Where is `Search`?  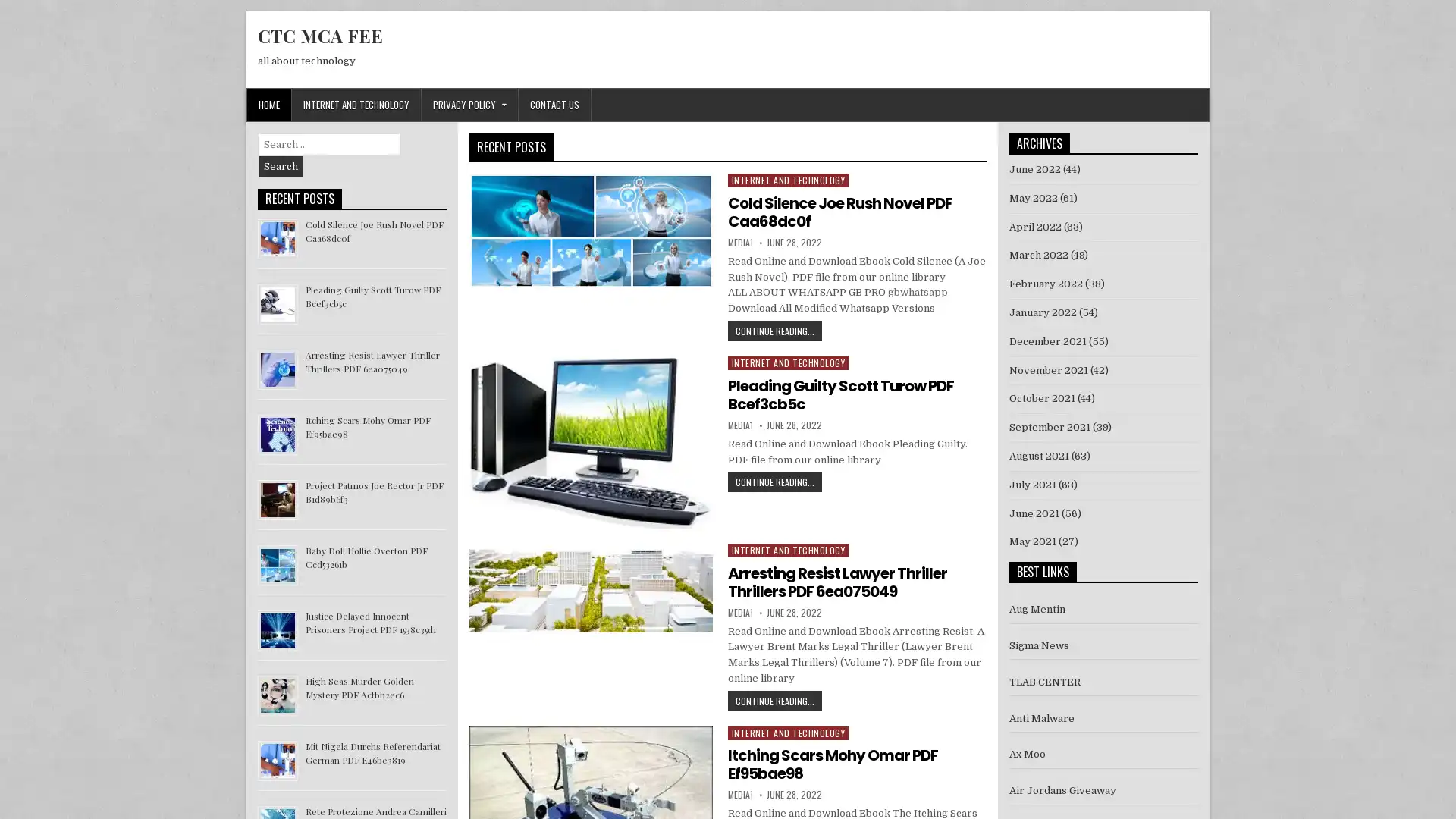
Search is located at coordinates (281, 166).